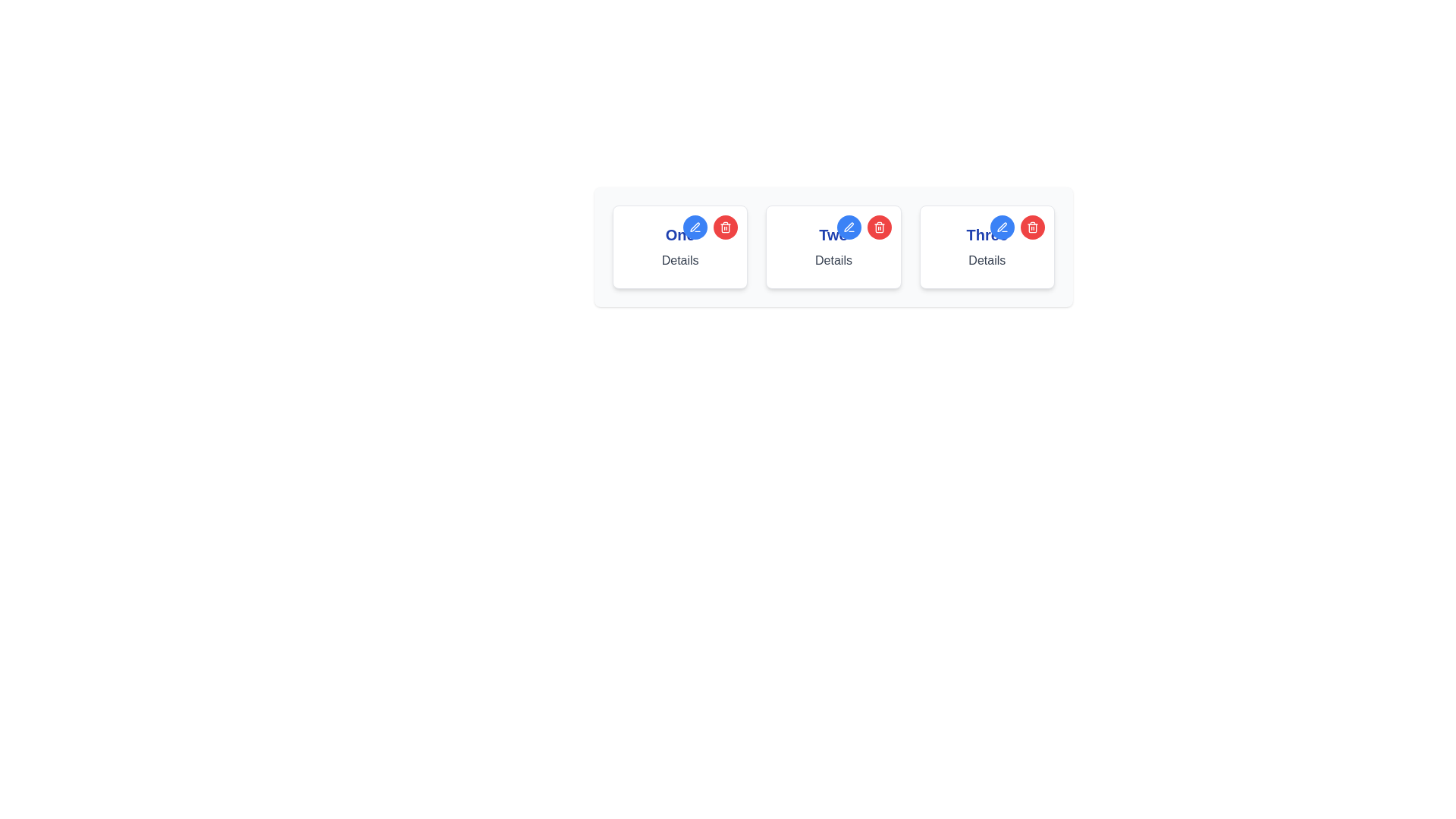 This screenshot has width=1456, height=819. What do you see at coordinates (695, 227) in the screenshot?
I see `the first blue circular edit button located in the top-right corner of the first card` at bounding box center [695, 227].